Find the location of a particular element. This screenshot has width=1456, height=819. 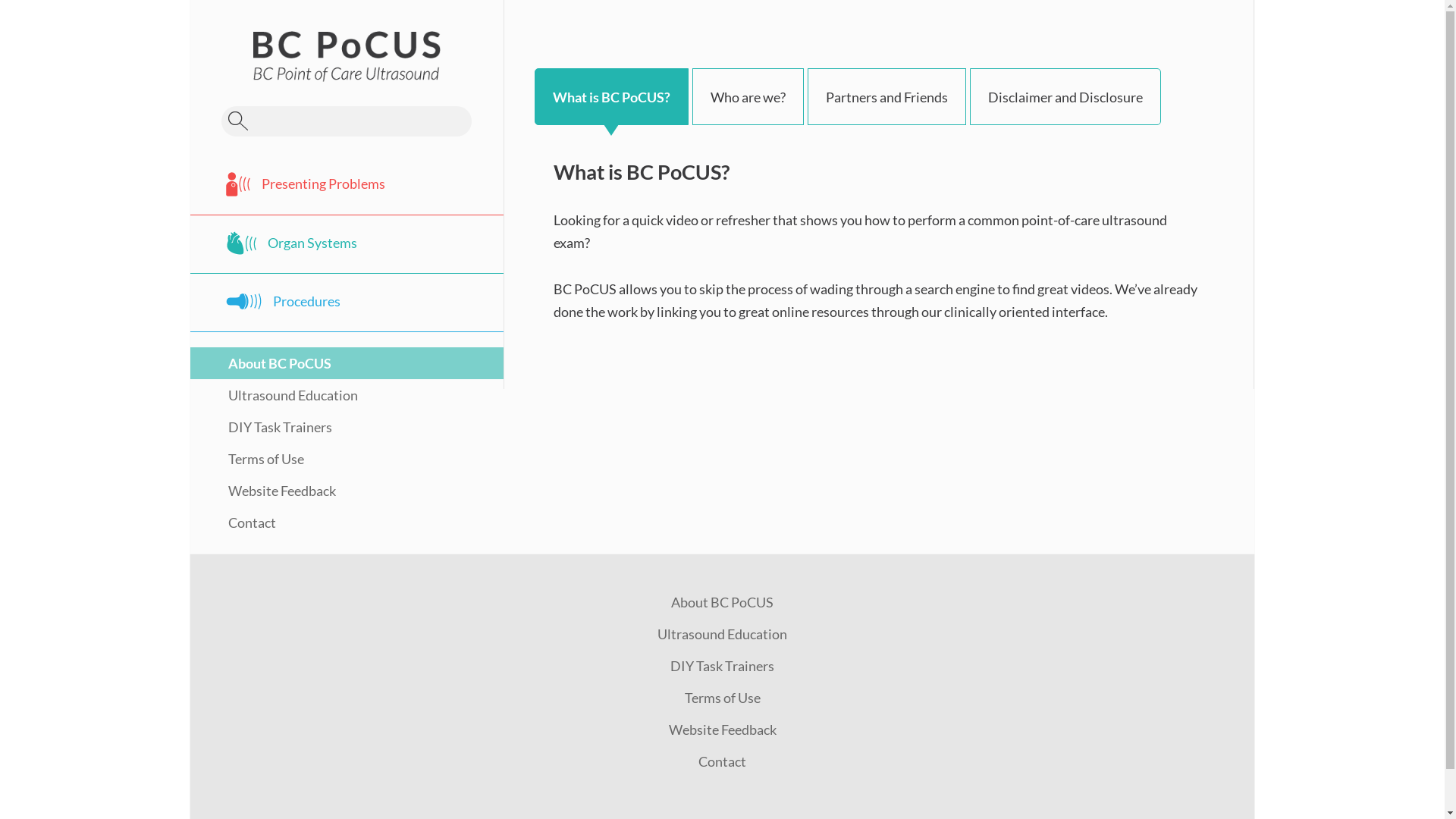

'Who are we?' is located at coordinates (748, 96).